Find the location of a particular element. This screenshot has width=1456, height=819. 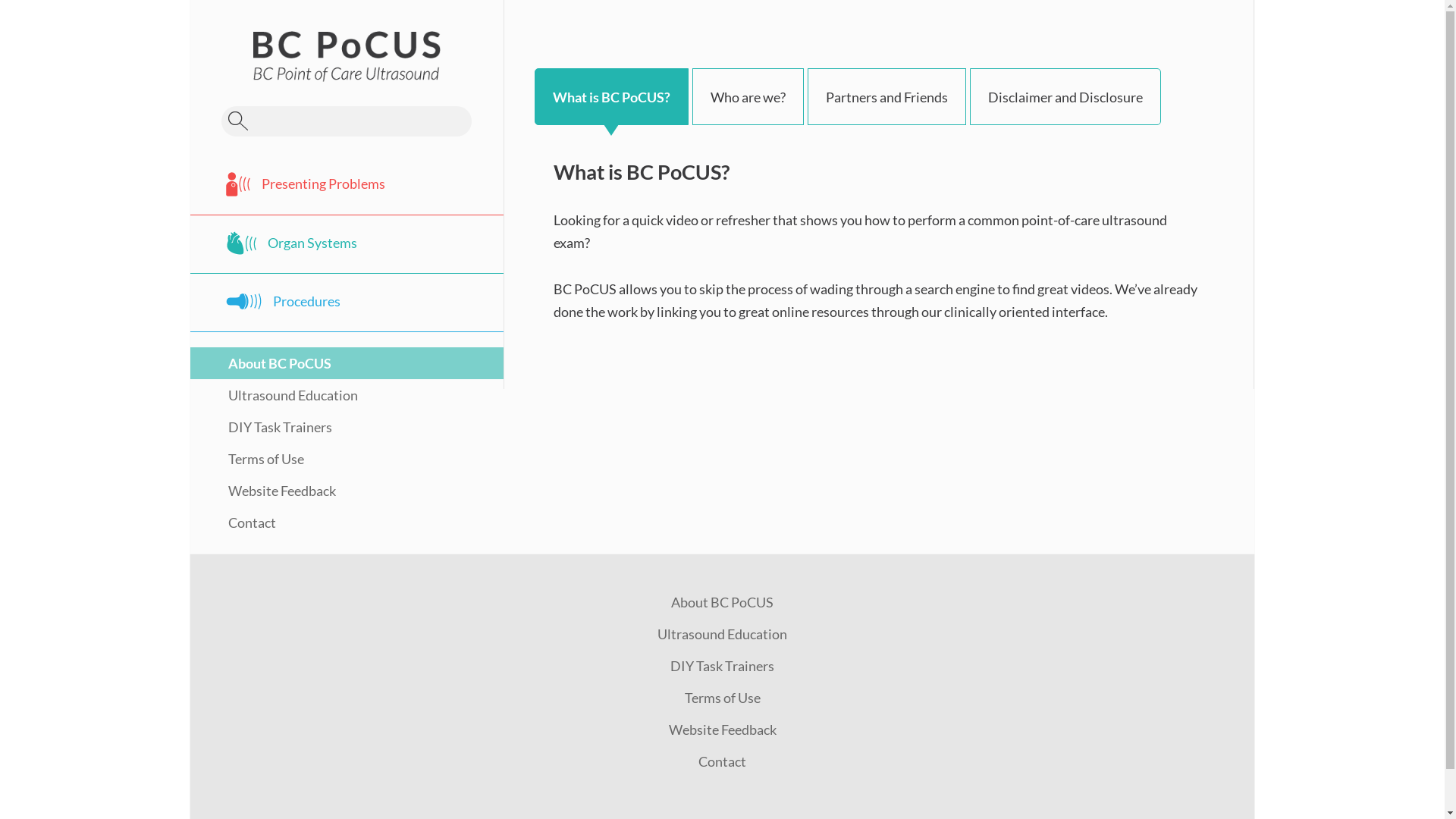

'Who are we?' is located at coordinates (748, 96).